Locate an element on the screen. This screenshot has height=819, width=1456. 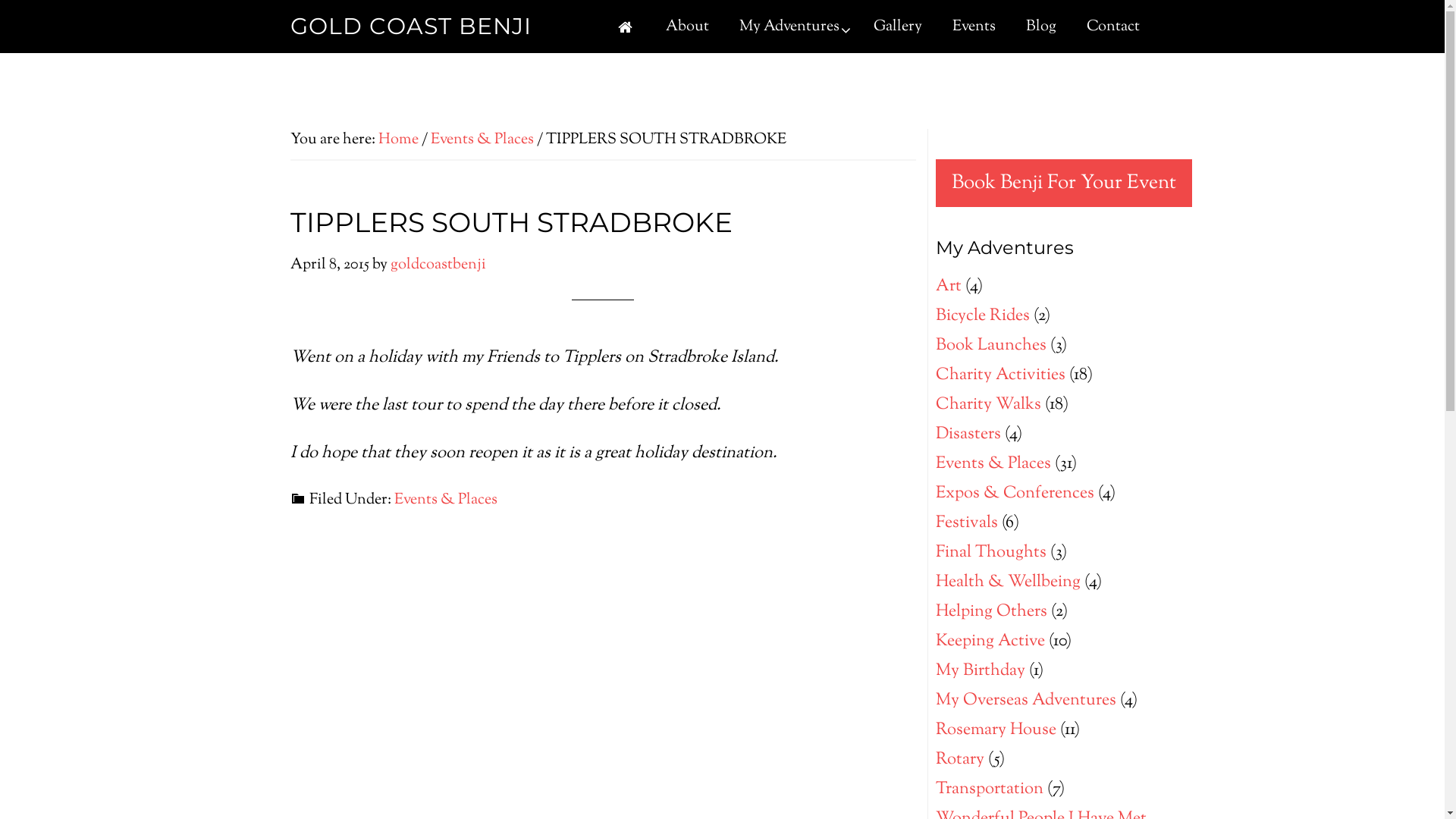
'Expos & Conferences' is located at coordinates (1015, 494).